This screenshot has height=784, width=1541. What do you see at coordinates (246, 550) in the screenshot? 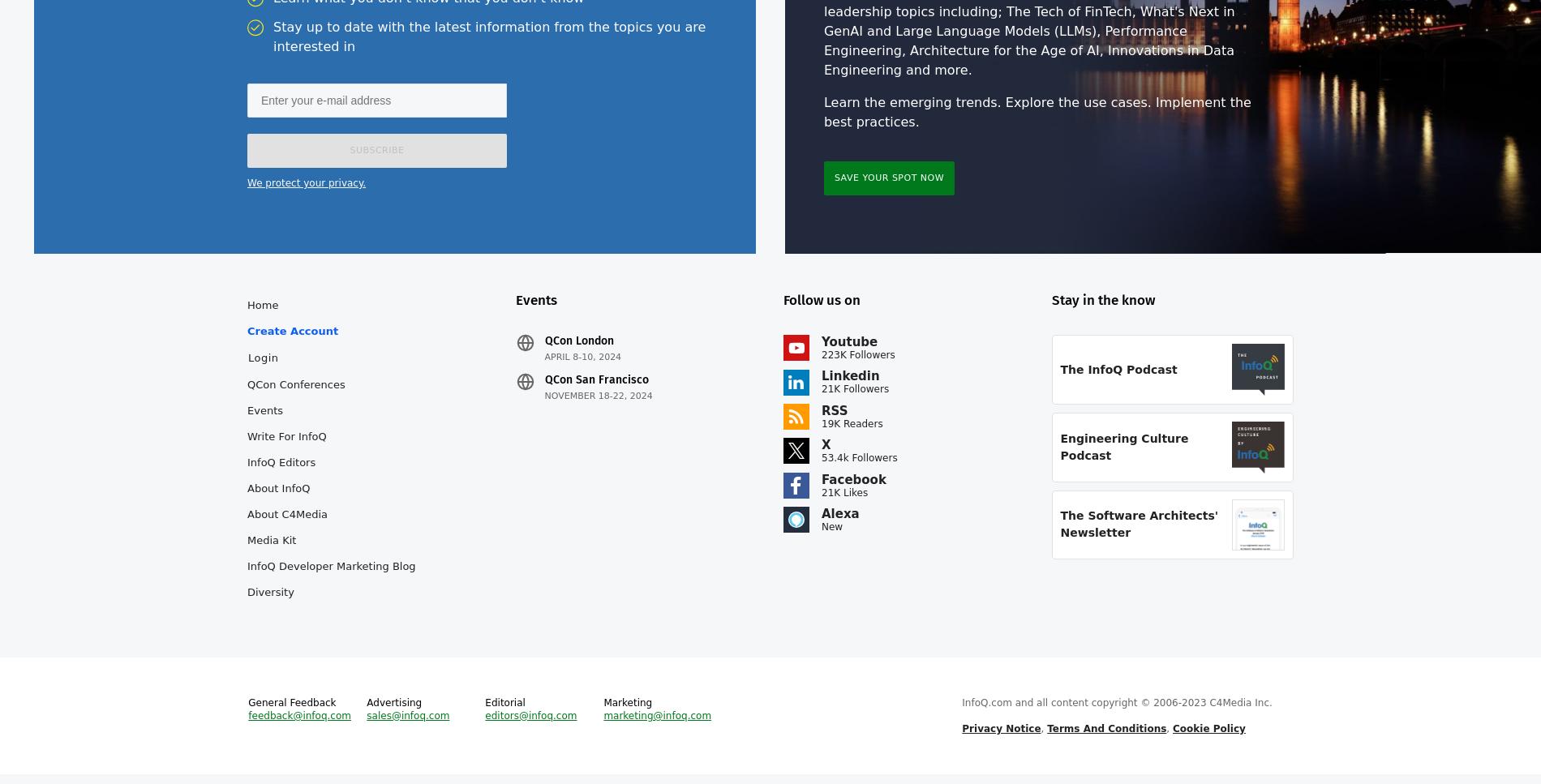
I see `'Media Kit'` at bounding box center [246, 550].